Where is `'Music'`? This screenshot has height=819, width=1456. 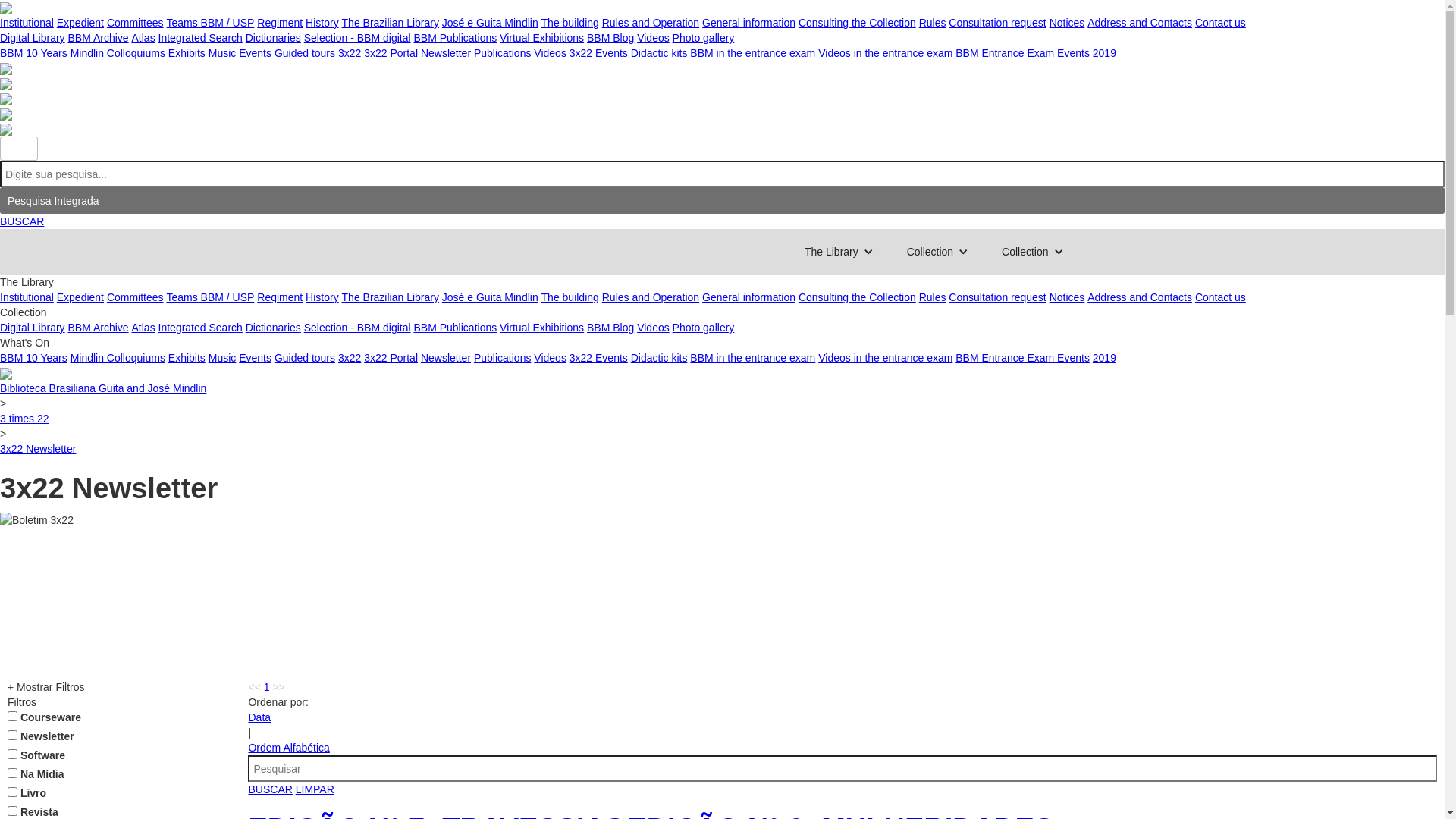
'Music' is located at coordinates (221, 52).